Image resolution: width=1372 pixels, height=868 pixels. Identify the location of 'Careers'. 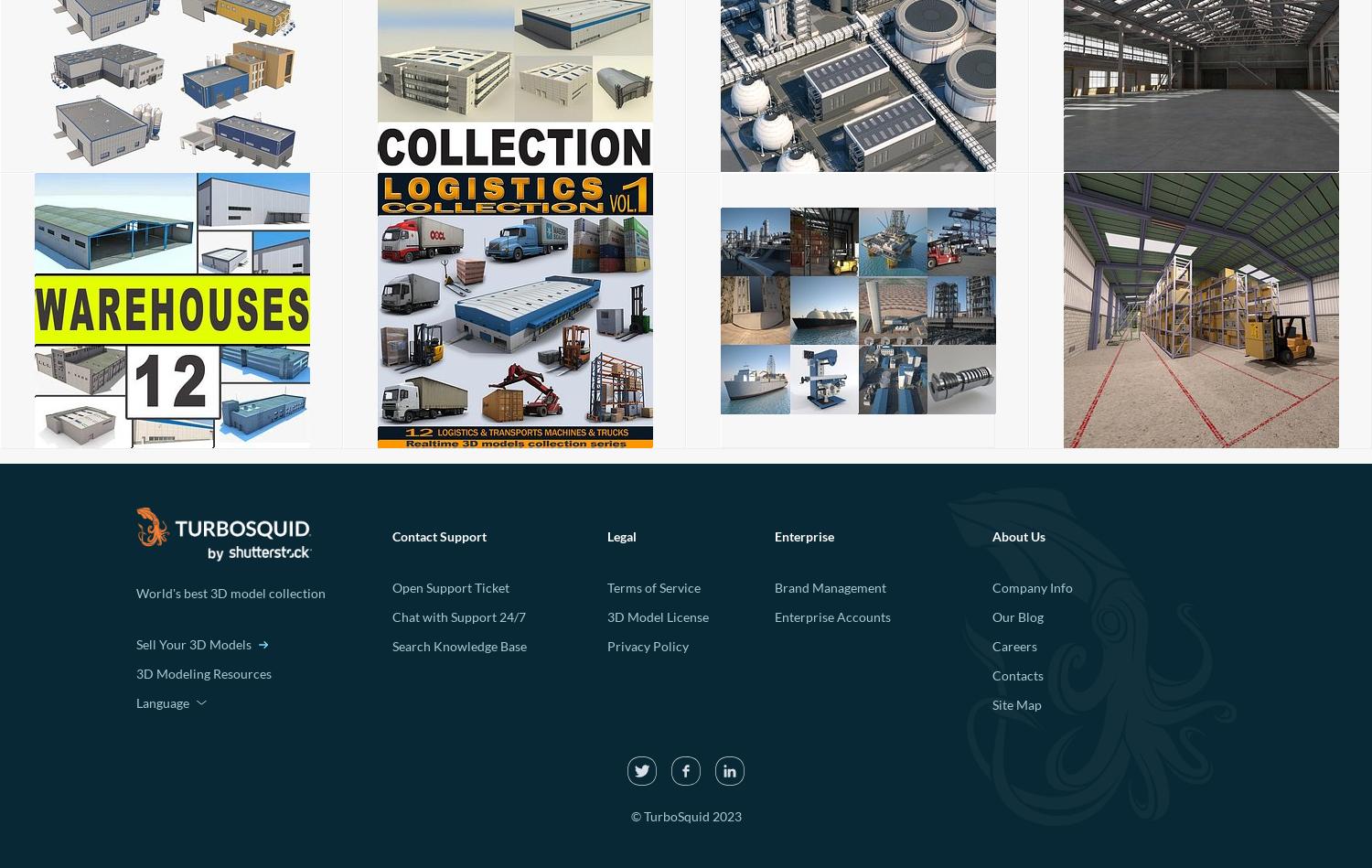
(1013, 646).